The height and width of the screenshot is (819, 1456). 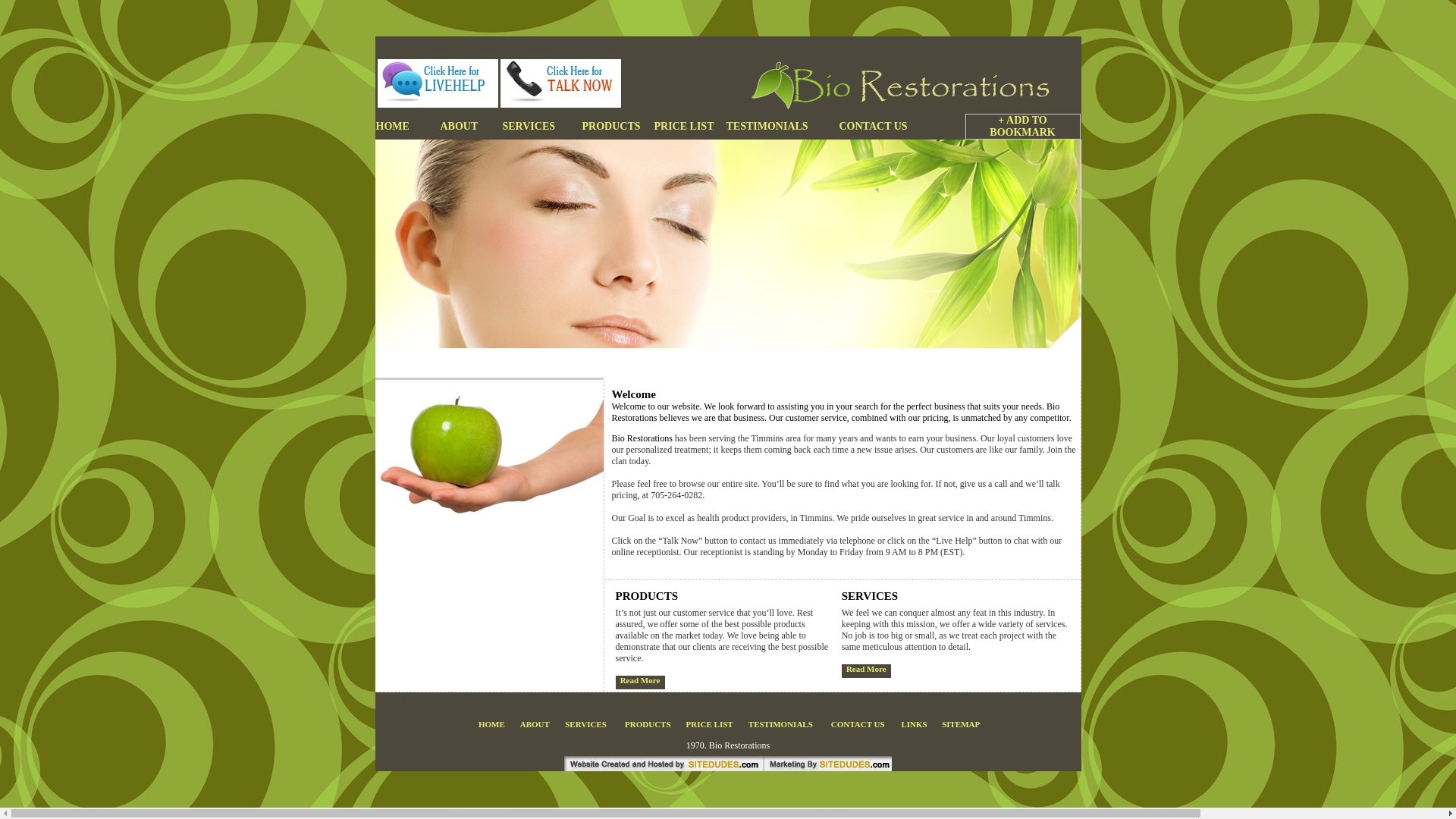 I want to click on 'ABOUT', so click(x=535, y=723).